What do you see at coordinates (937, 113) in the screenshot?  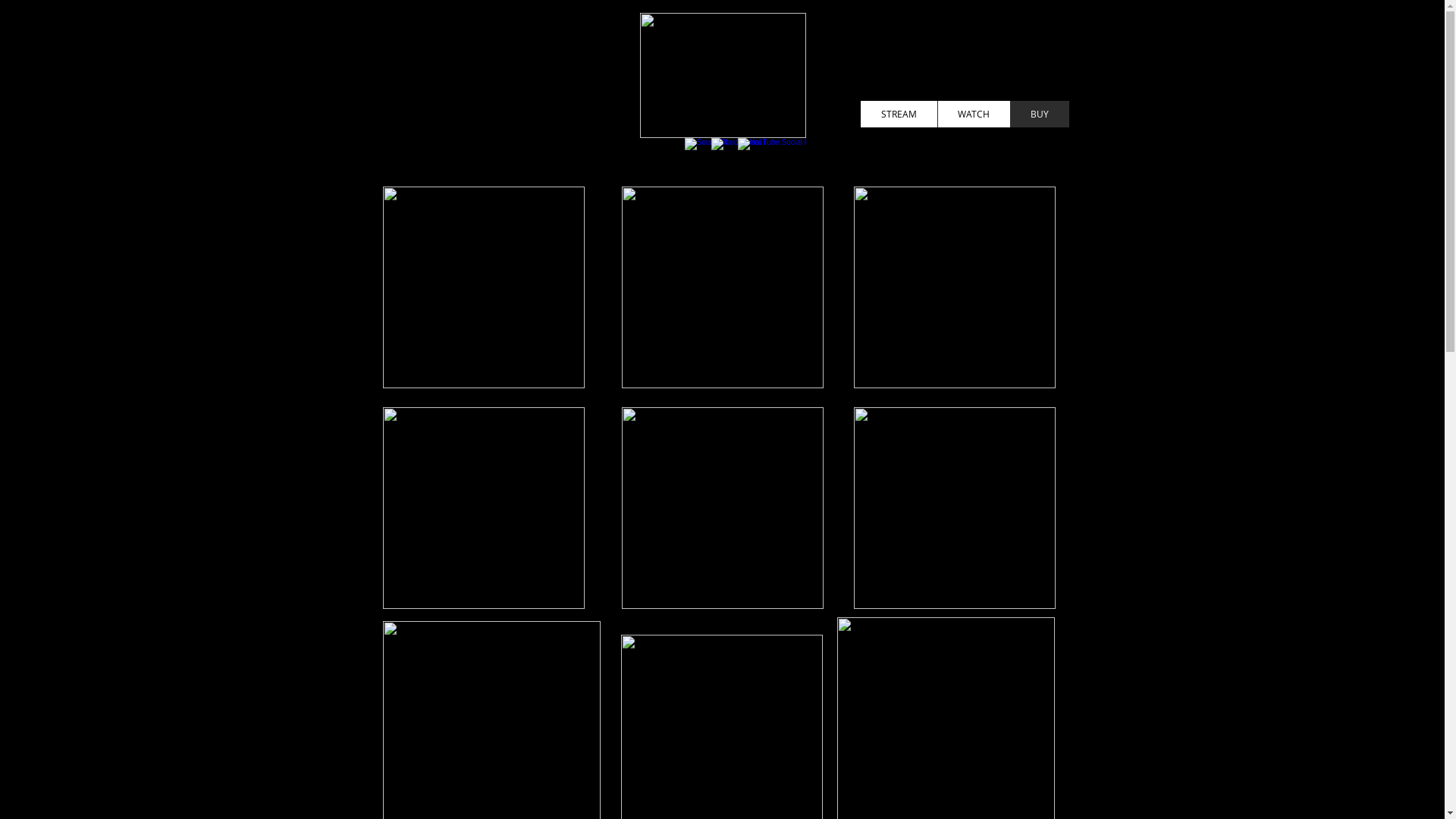 I see `'WATCH'` at bounding box center [937, 113].